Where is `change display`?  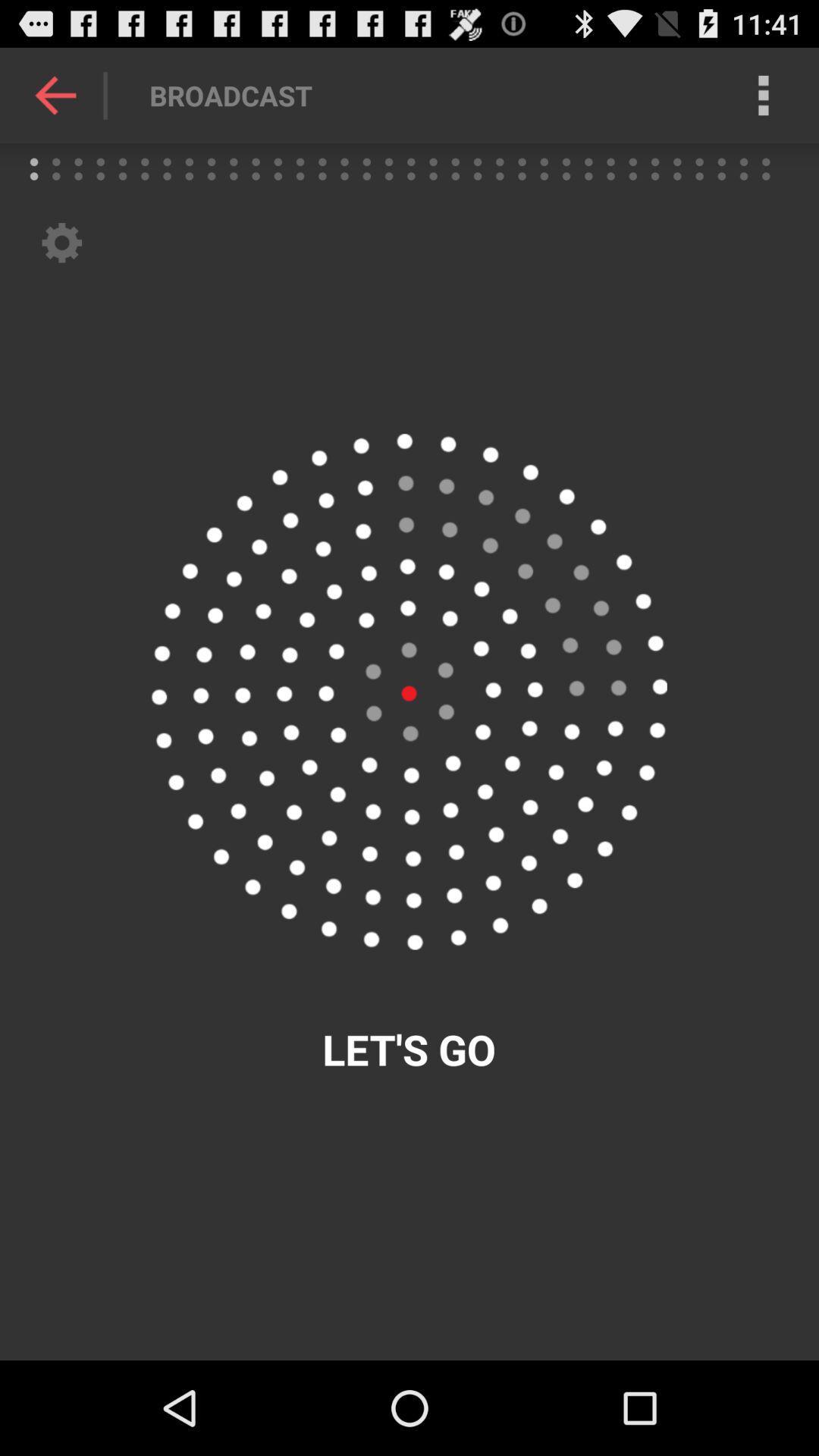
change display is located at coordinates (408, 691).